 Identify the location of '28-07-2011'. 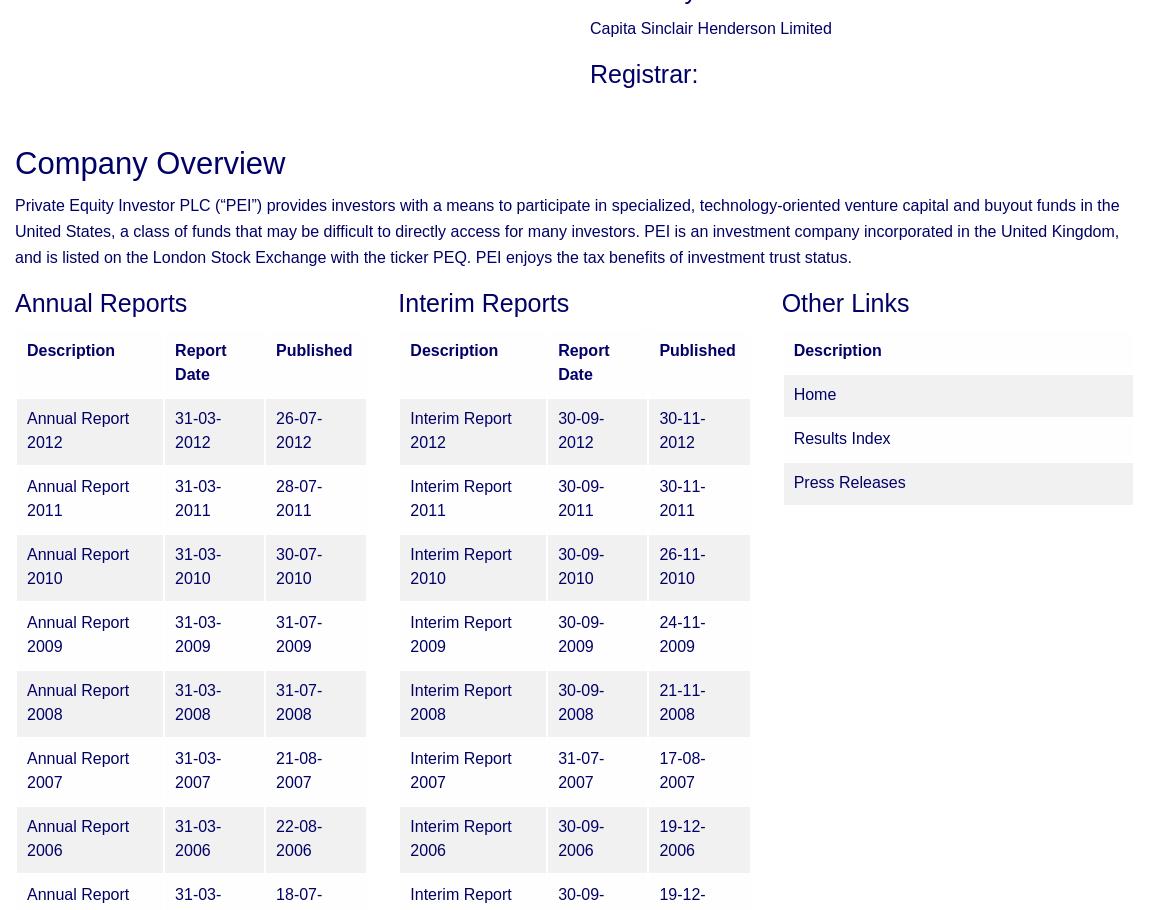
(299, 498).